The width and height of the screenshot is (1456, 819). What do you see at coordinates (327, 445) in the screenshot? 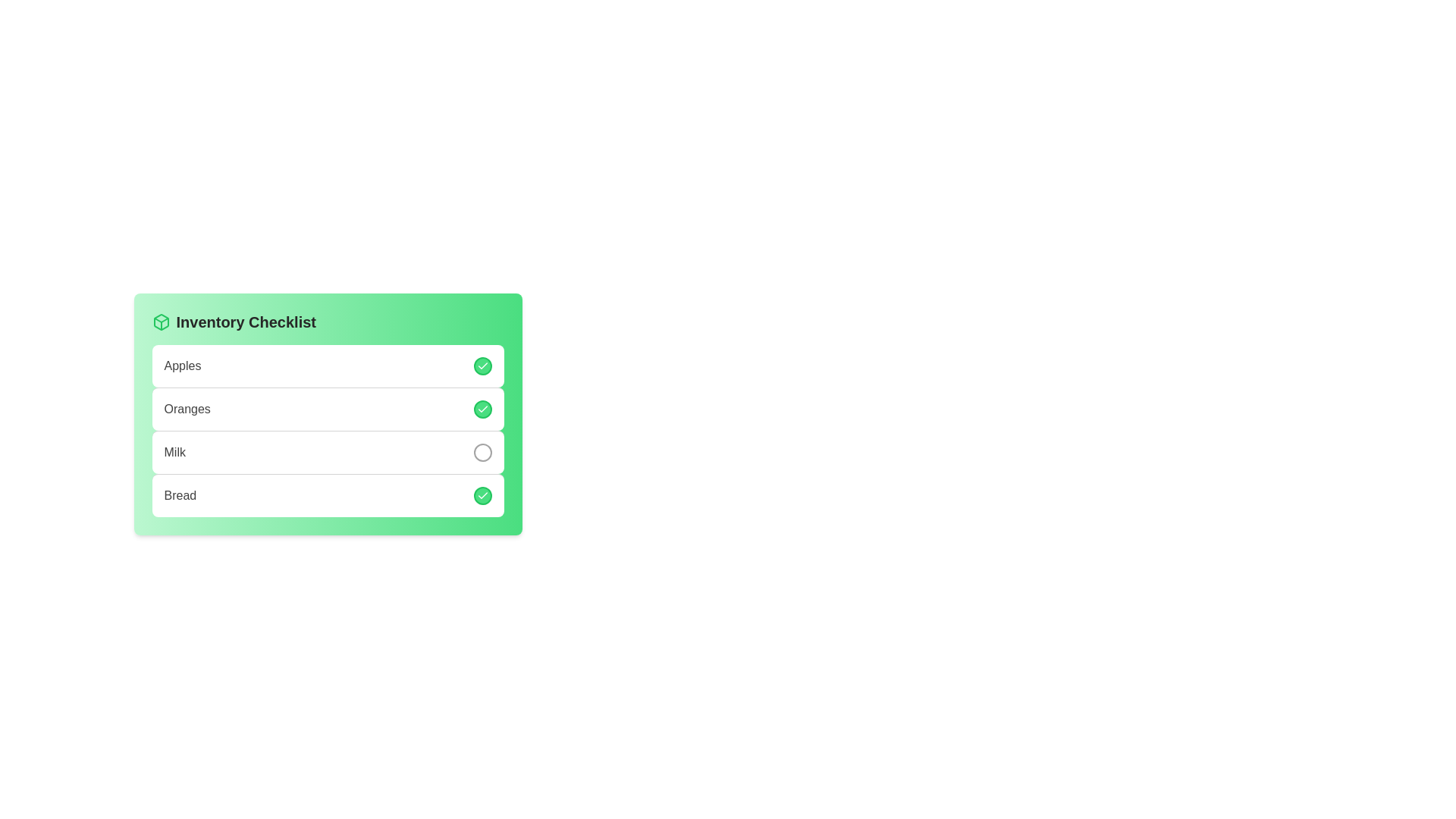
I see `the toggle button on the third item labeled 'Milk' within the 'Inventory Checklist' card` at bounding box center [327, 445].